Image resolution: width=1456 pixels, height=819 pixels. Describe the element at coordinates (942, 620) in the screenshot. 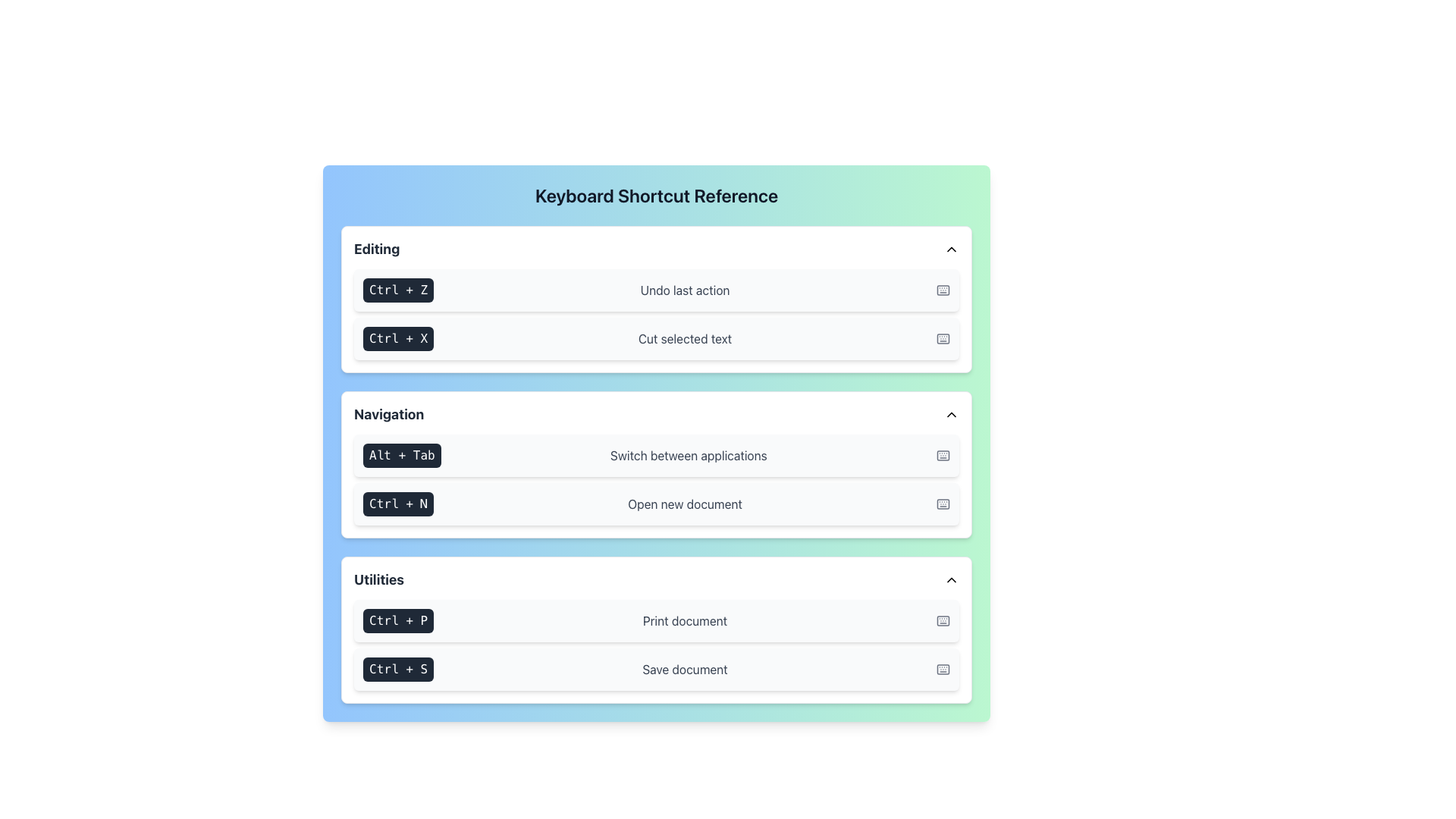

I see `the 'Print document' icon located at the far right of the row, which represents the keyboard shortcut for printing documents` at that location.